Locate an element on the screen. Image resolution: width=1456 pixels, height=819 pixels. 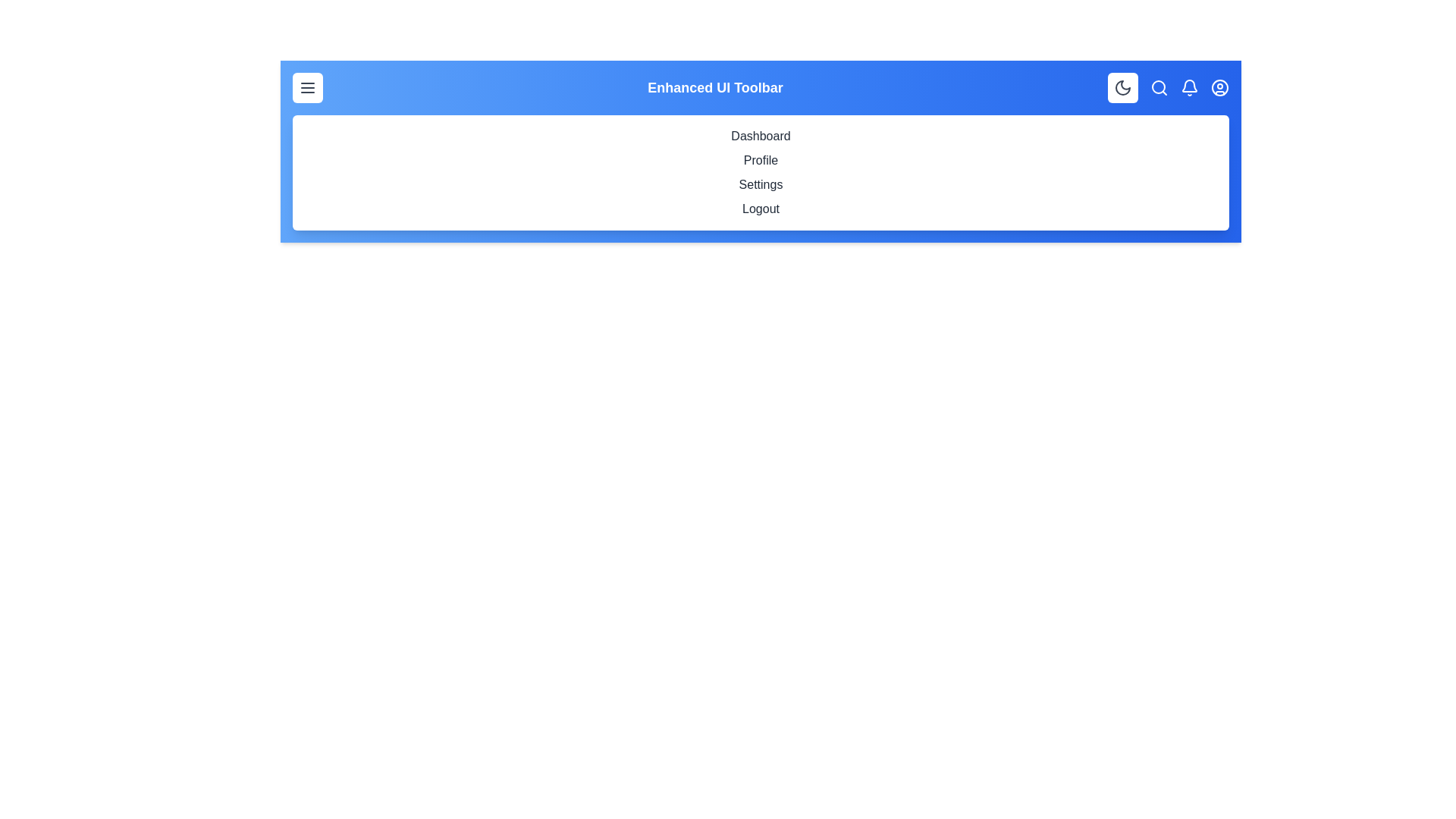
the notification icon (bell icon) located in the EnhancedAppBar is located at coordinates (1189, 87).